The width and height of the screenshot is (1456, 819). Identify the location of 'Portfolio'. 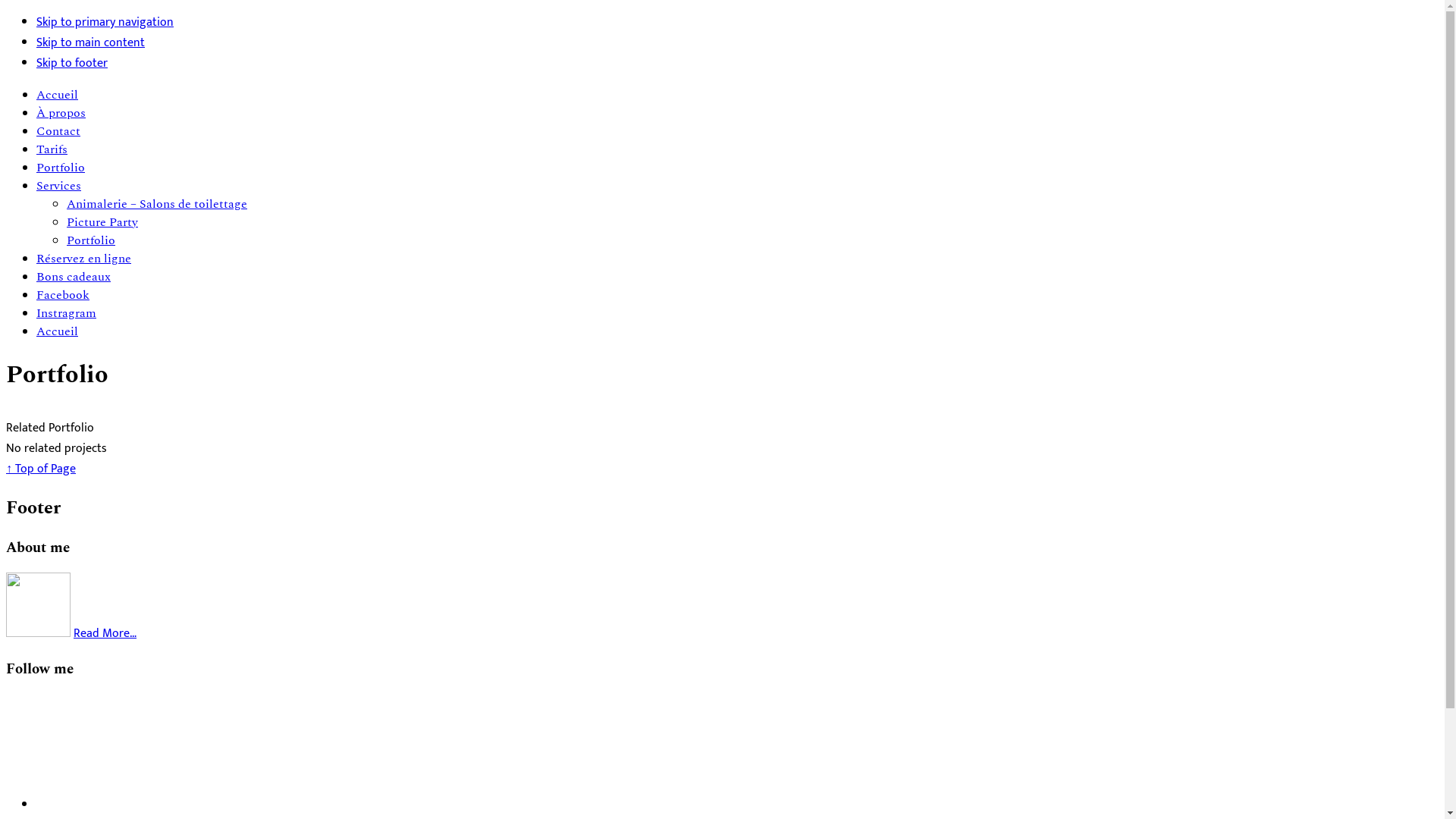
(90, 239).